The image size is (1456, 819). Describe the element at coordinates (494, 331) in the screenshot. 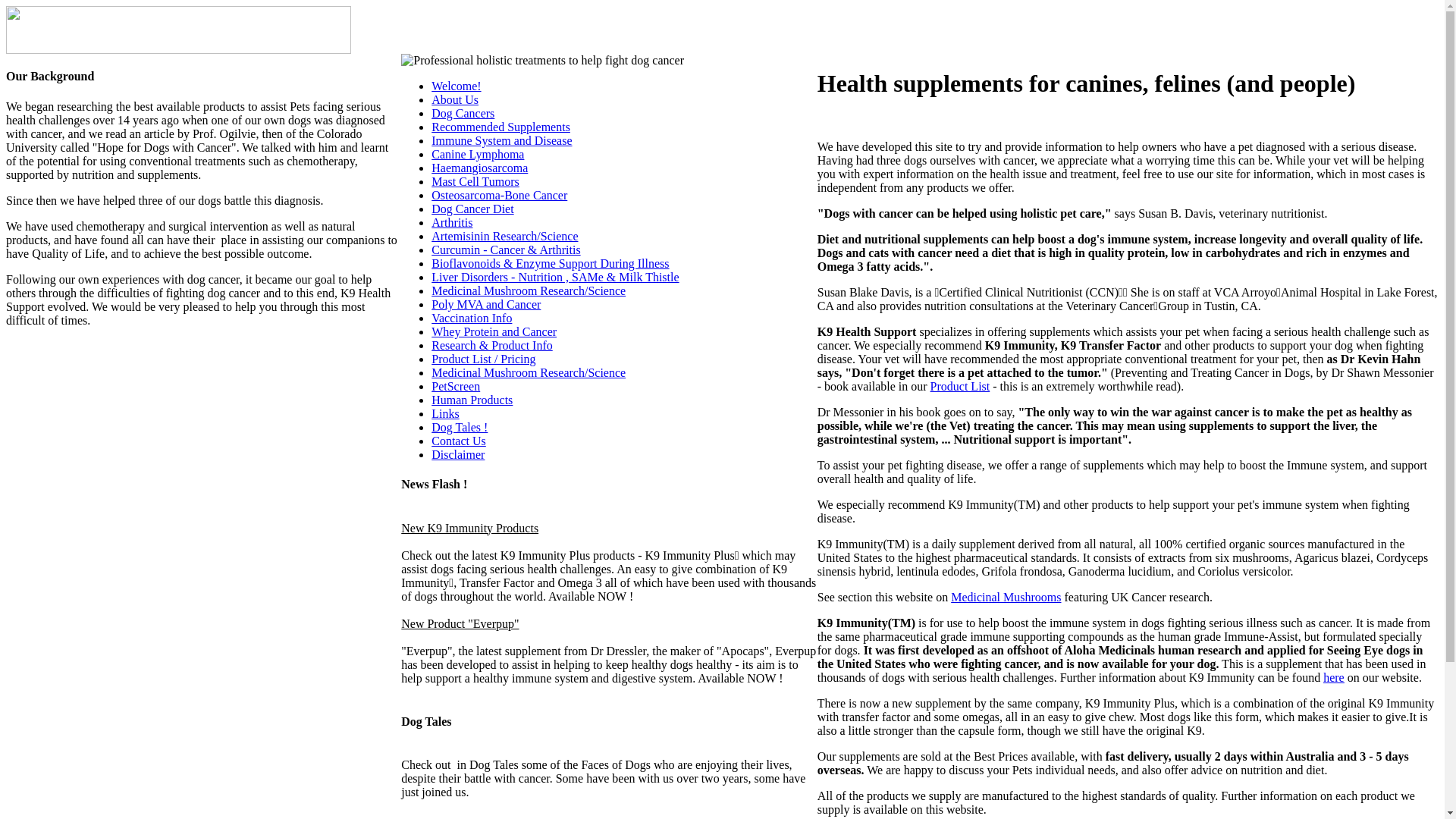

I see `'Whey Protein and Cancer'` at that location.